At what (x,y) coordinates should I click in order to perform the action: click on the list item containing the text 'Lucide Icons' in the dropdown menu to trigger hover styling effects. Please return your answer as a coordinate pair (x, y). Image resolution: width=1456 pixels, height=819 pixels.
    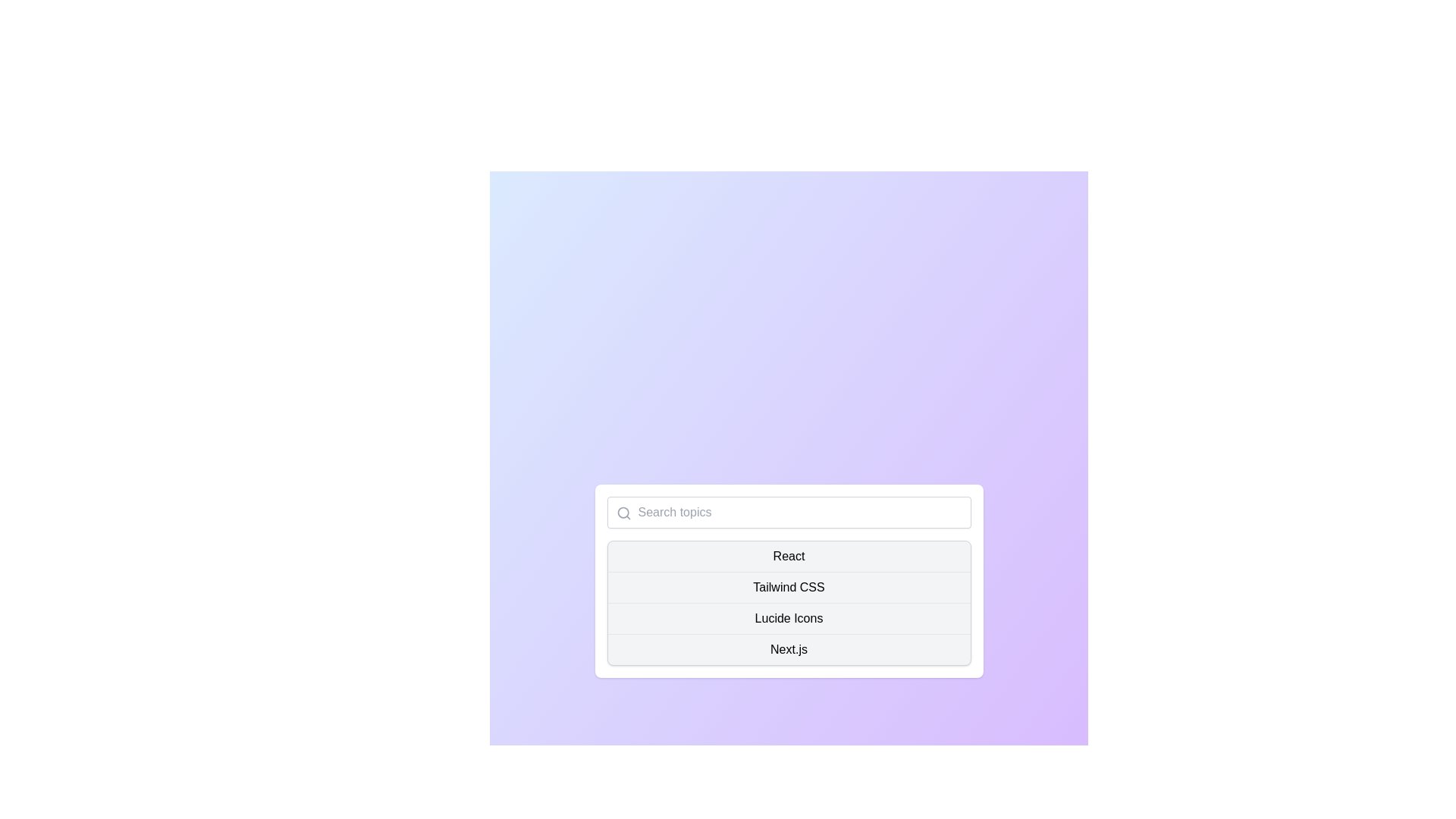
    Looking at the image, I should click on (789, 617).